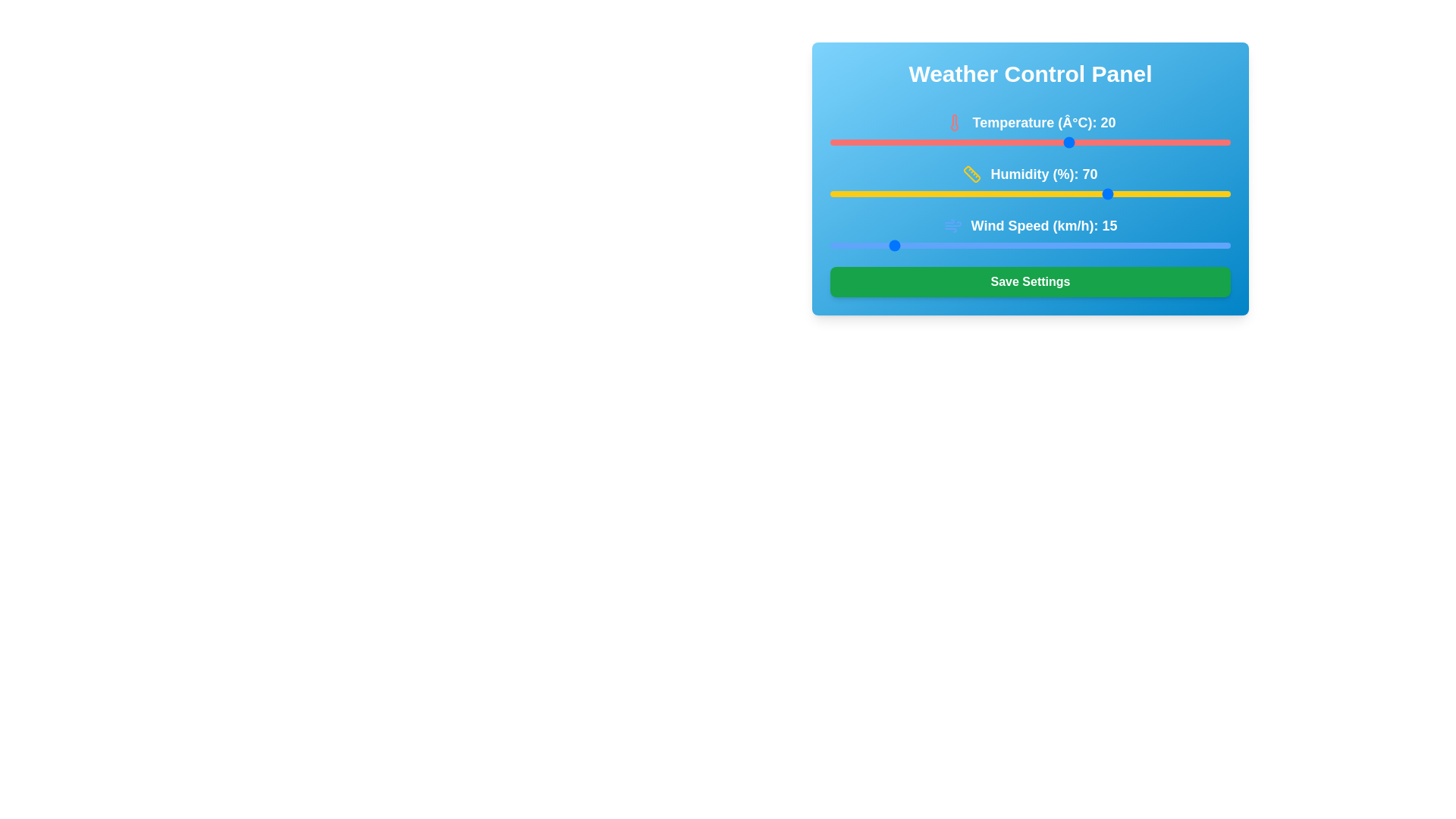 This screenshot has width=1456, height=819. What do you see at coordinates (1190, 143) in the screenshot?
I see `the temperature slider` at bounding box center [1190, 143].